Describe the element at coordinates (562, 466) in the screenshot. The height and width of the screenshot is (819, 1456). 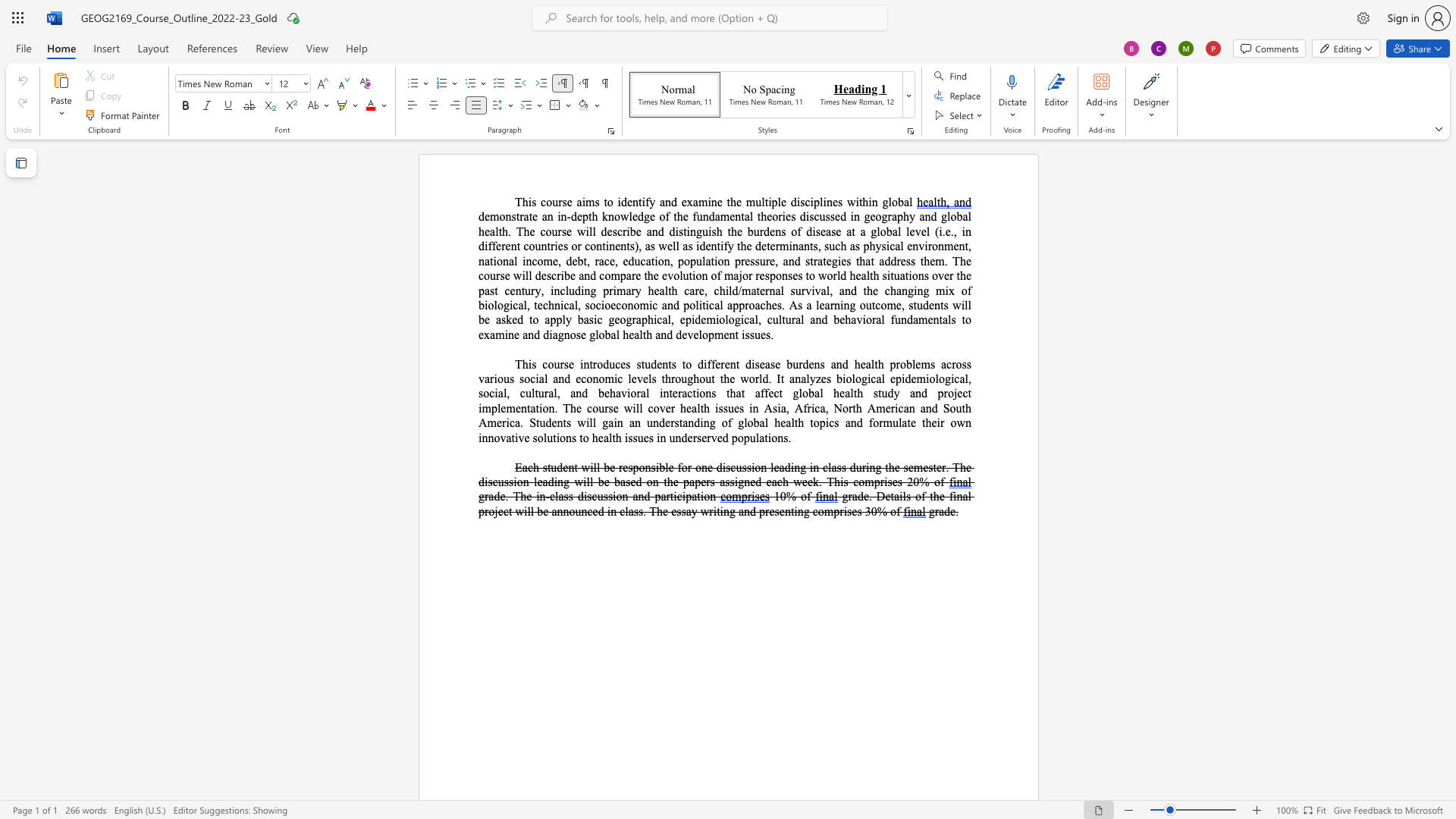
I see `the space between the continuous character "d" and "e" in the text` at that location.